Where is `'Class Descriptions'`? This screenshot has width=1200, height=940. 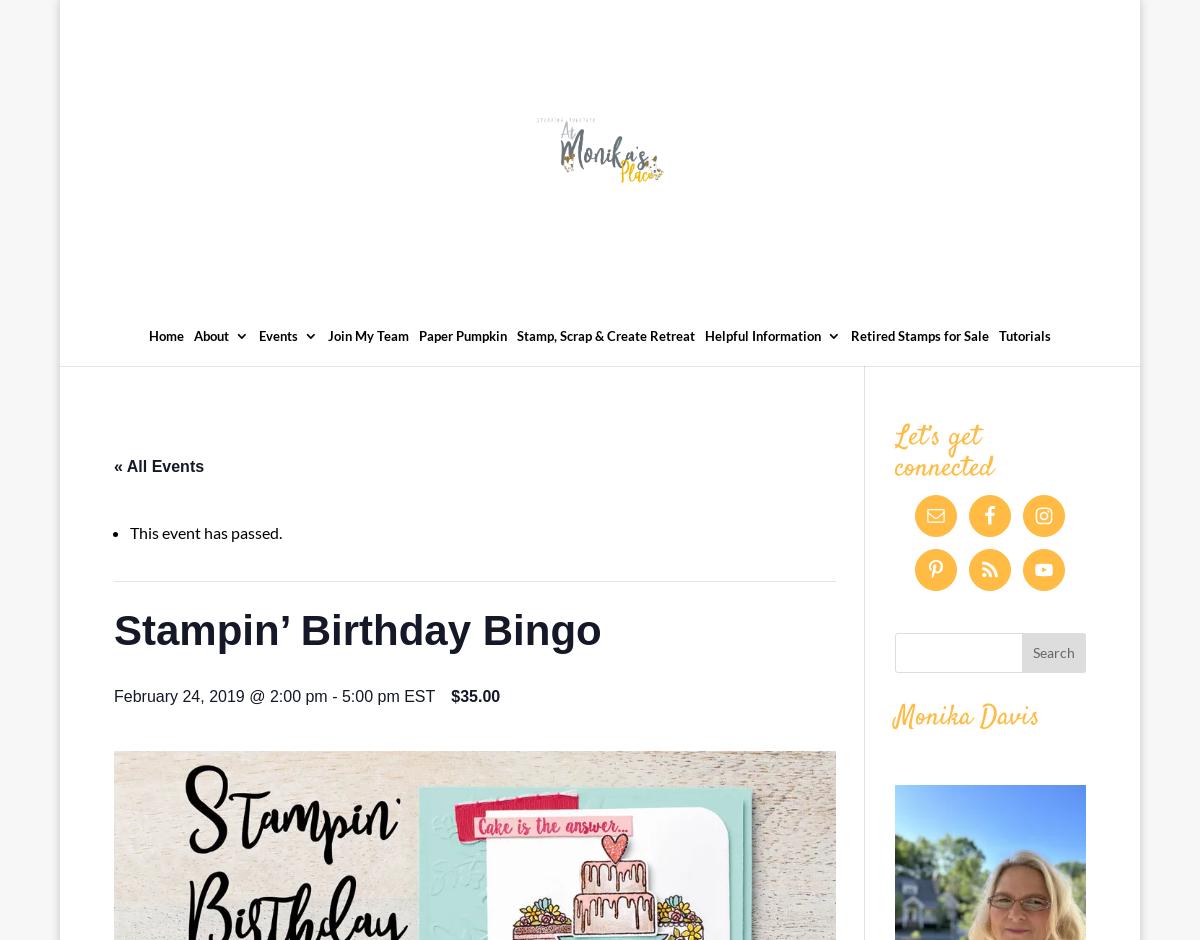 'Class Descriptions' is located at coordinates (353, 490).